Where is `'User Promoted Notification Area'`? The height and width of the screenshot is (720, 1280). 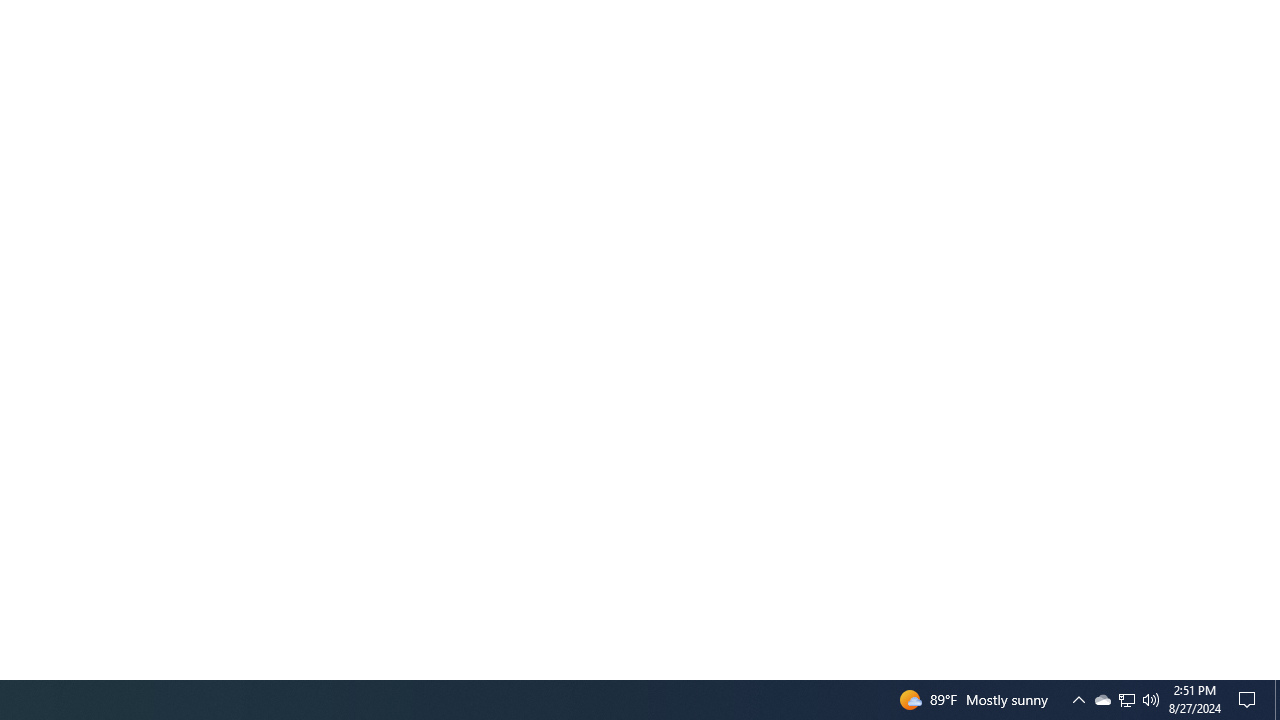
'User Promoted Notification Area' is located at coordinates (1078, 698).